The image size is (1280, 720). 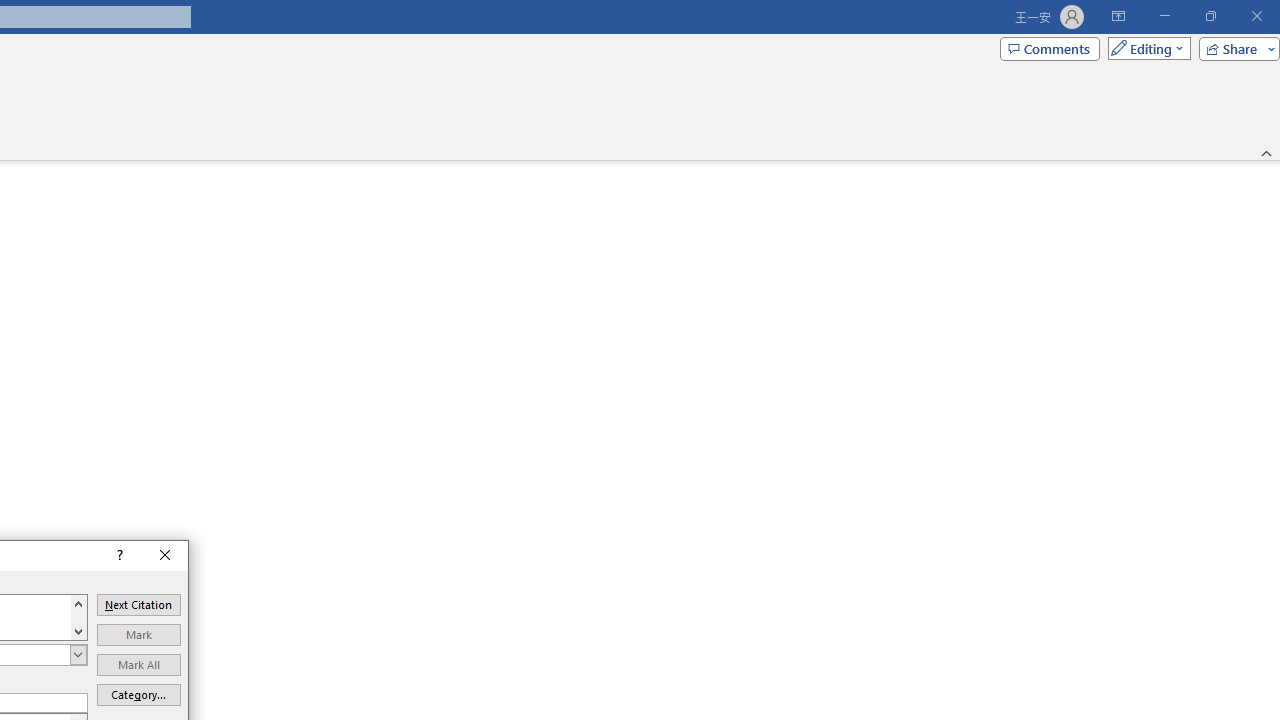 What do you see at coordinates (78, 616) in the screenshot?
I see `'Vertical'` at bounding box center [78, 616].